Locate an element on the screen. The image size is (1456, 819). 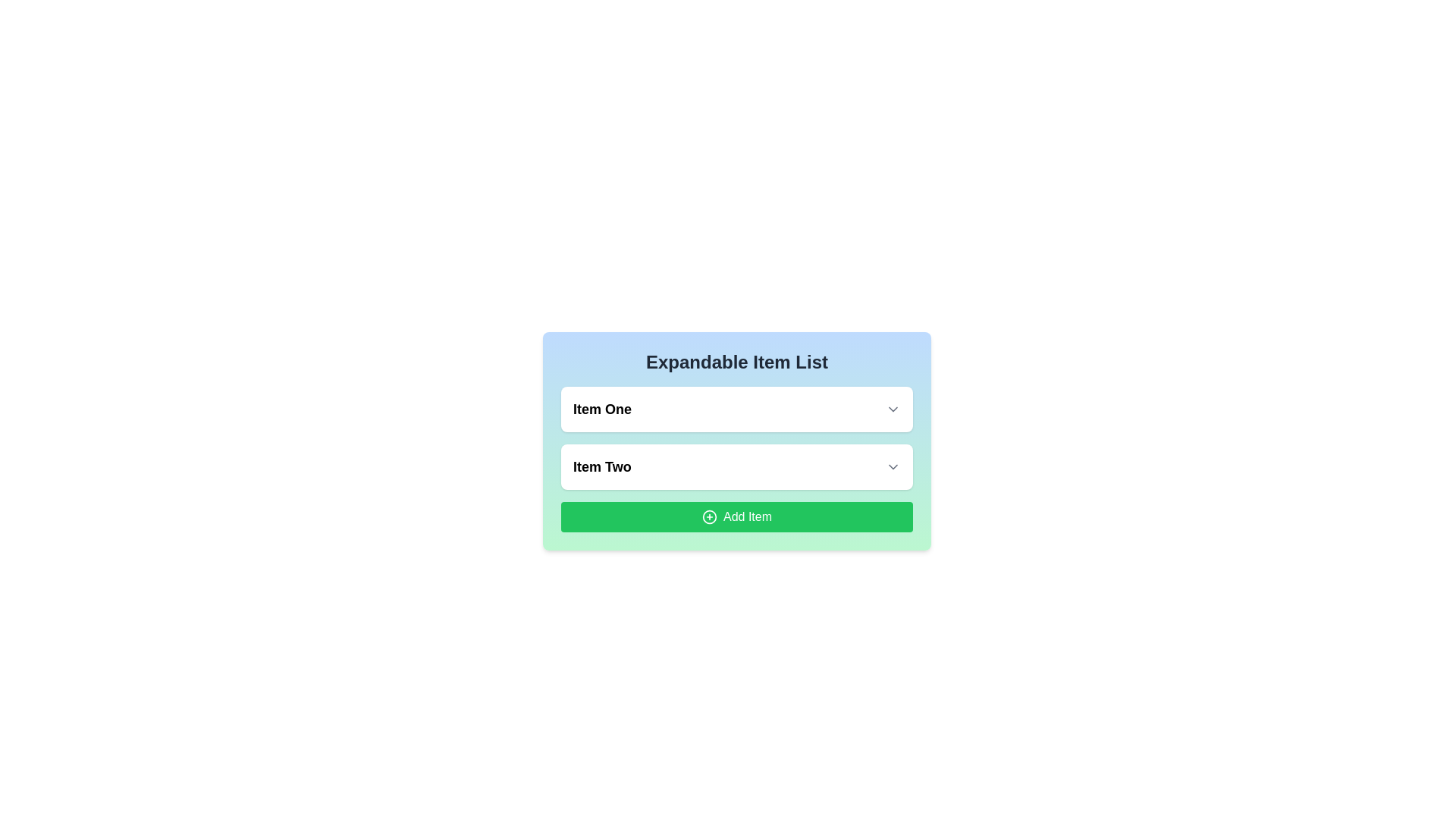
the Icon Button located at the far-right end of the 'Item Two' entry to change its color is located at coordinates (893, 466).